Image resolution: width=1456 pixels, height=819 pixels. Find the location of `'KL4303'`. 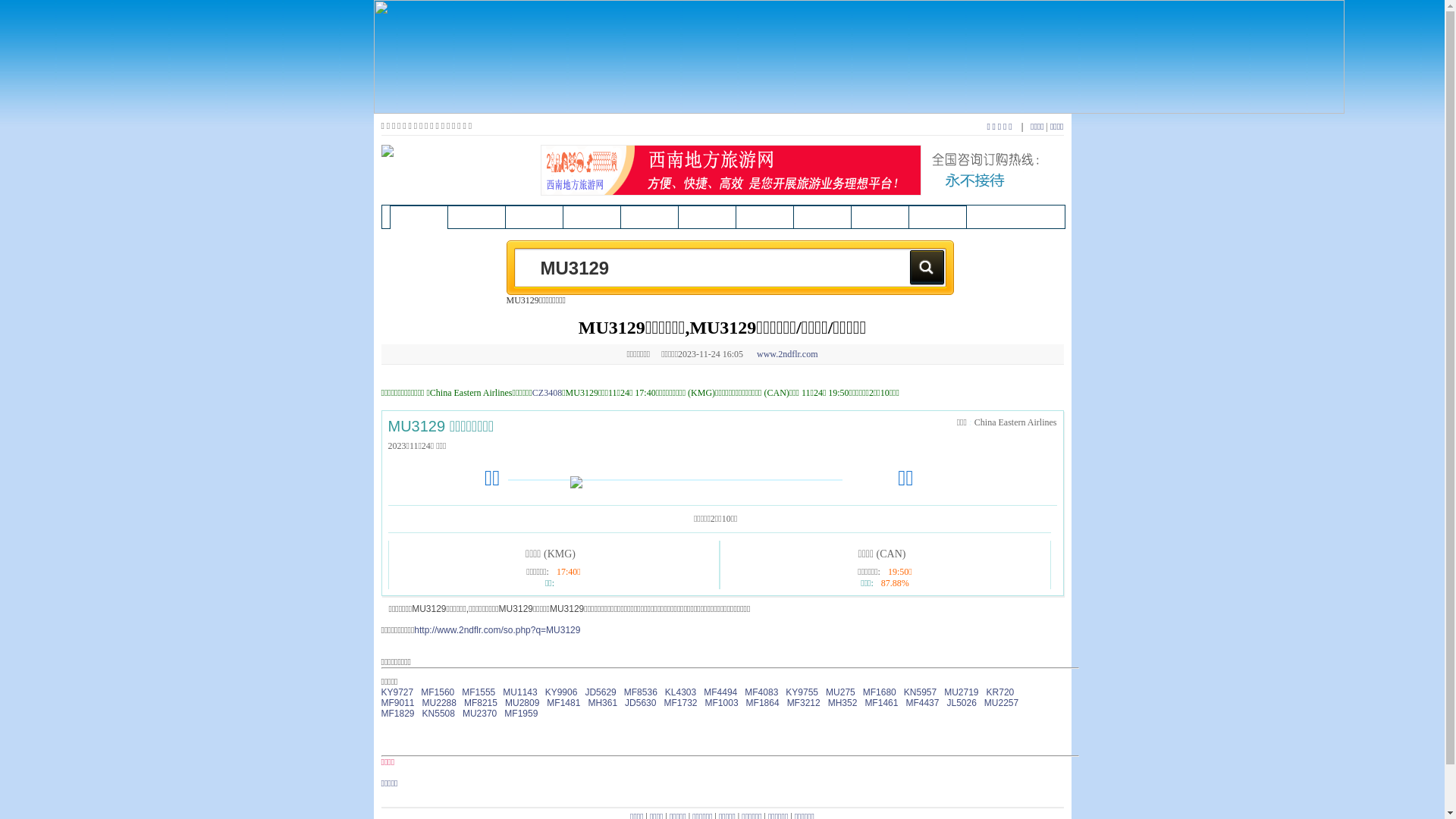

'KL4303' is located at coordinates (665, 692).